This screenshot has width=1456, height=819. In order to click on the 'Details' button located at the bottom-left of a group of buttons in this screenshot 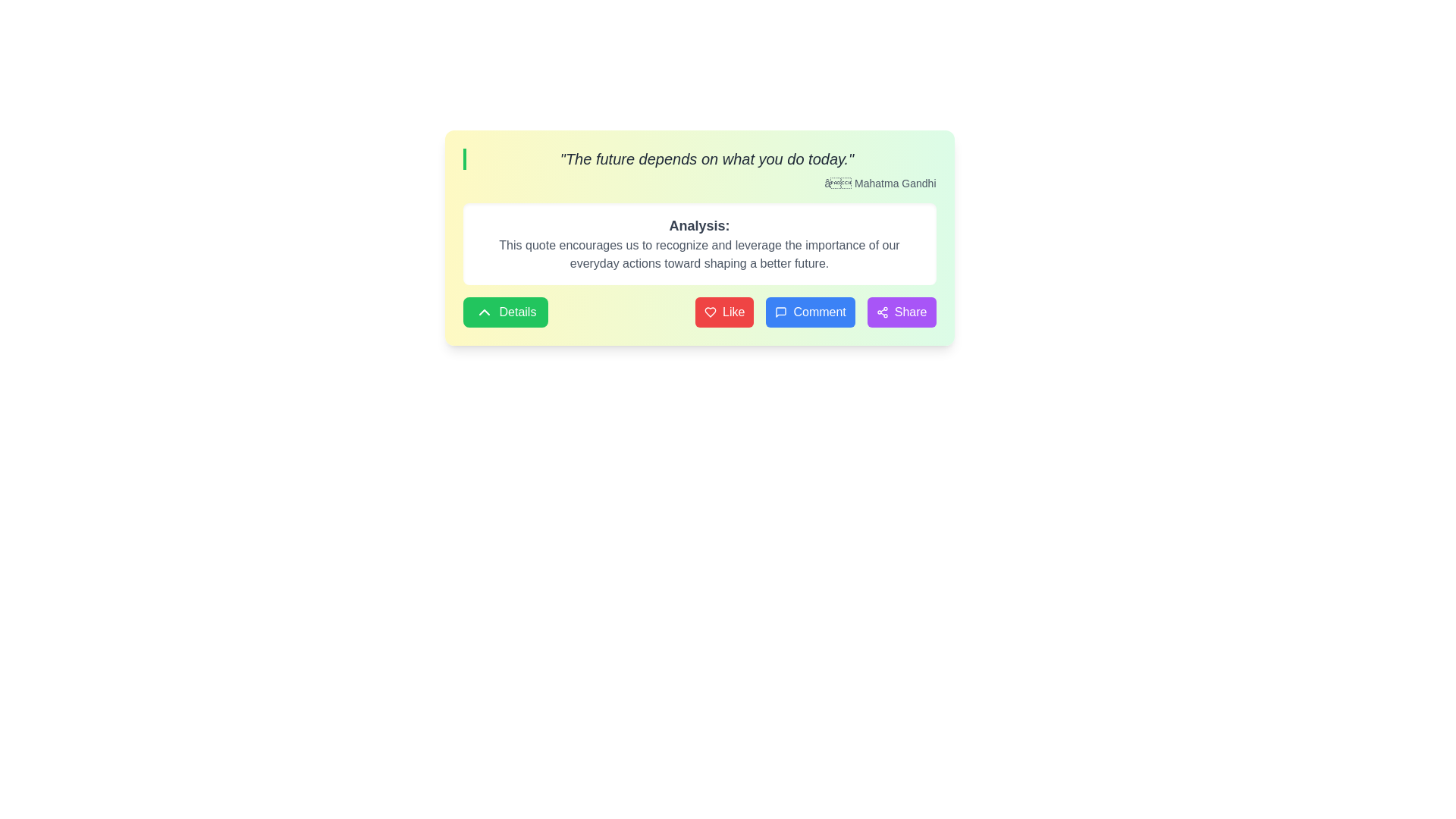, I will do `click(506, 312)`.